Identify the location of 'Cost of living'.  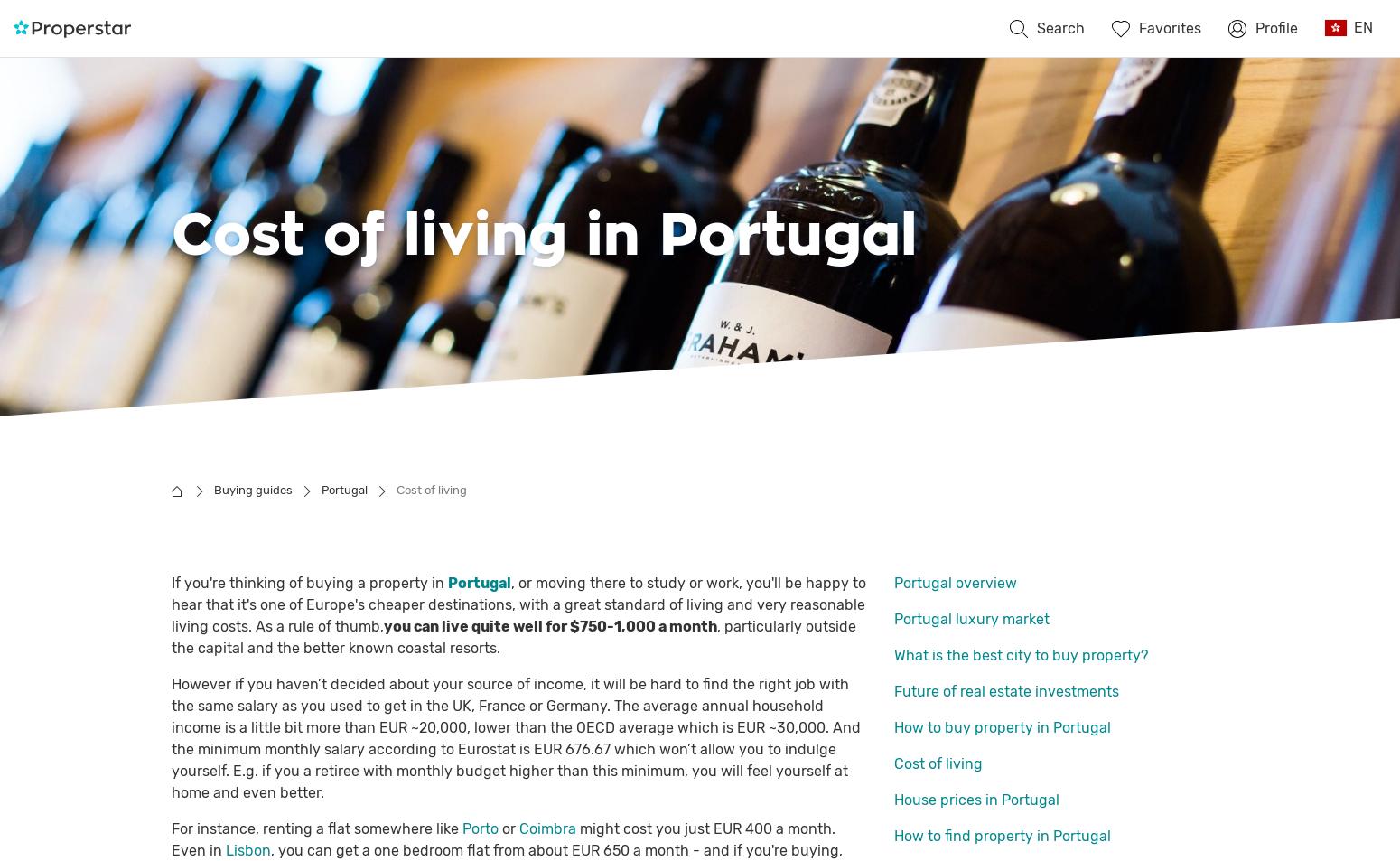
(938, 763).